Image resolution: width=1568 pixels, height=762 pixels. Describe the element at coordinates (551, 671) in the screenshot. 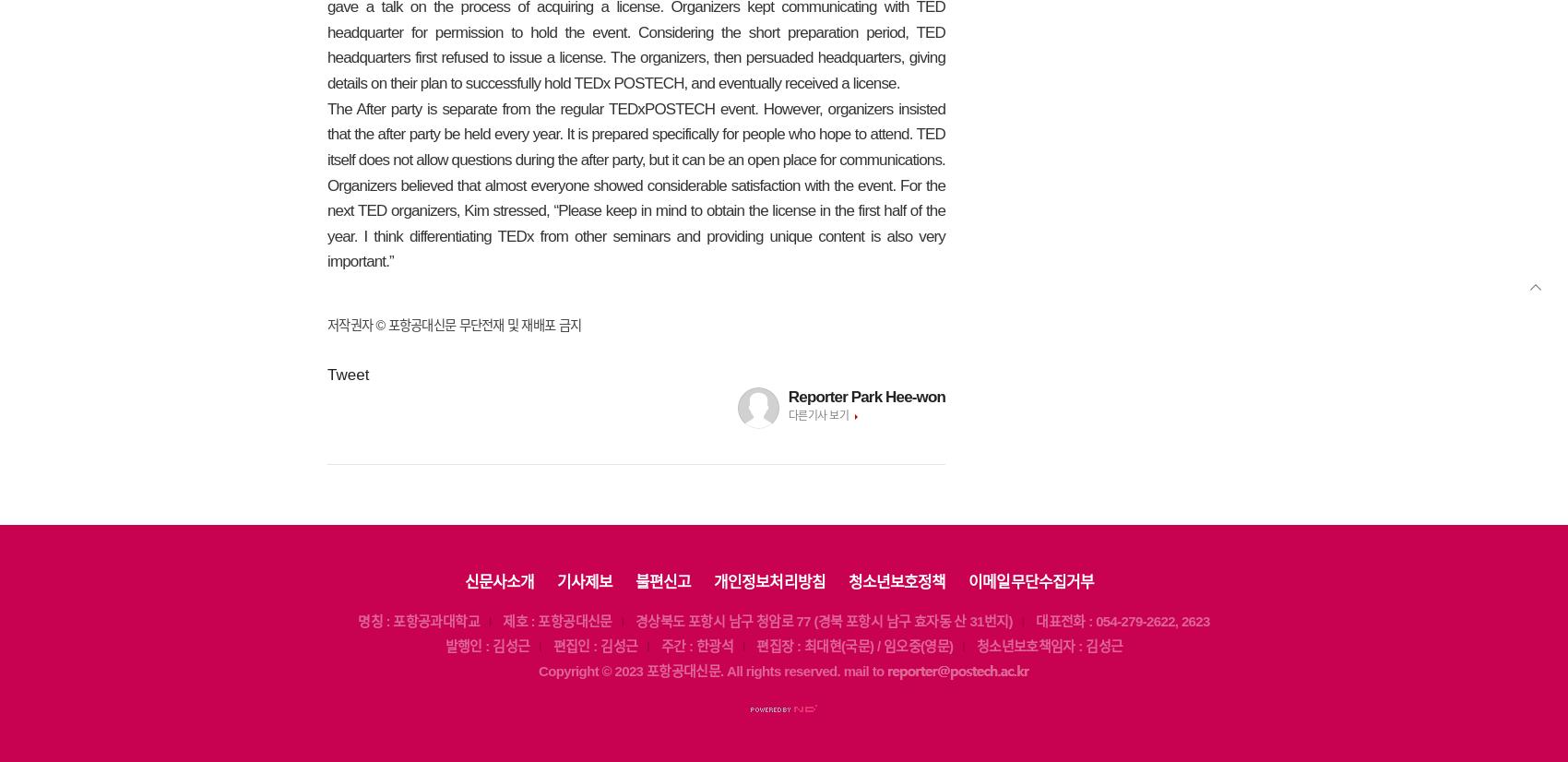

I see `'o'` at that location.